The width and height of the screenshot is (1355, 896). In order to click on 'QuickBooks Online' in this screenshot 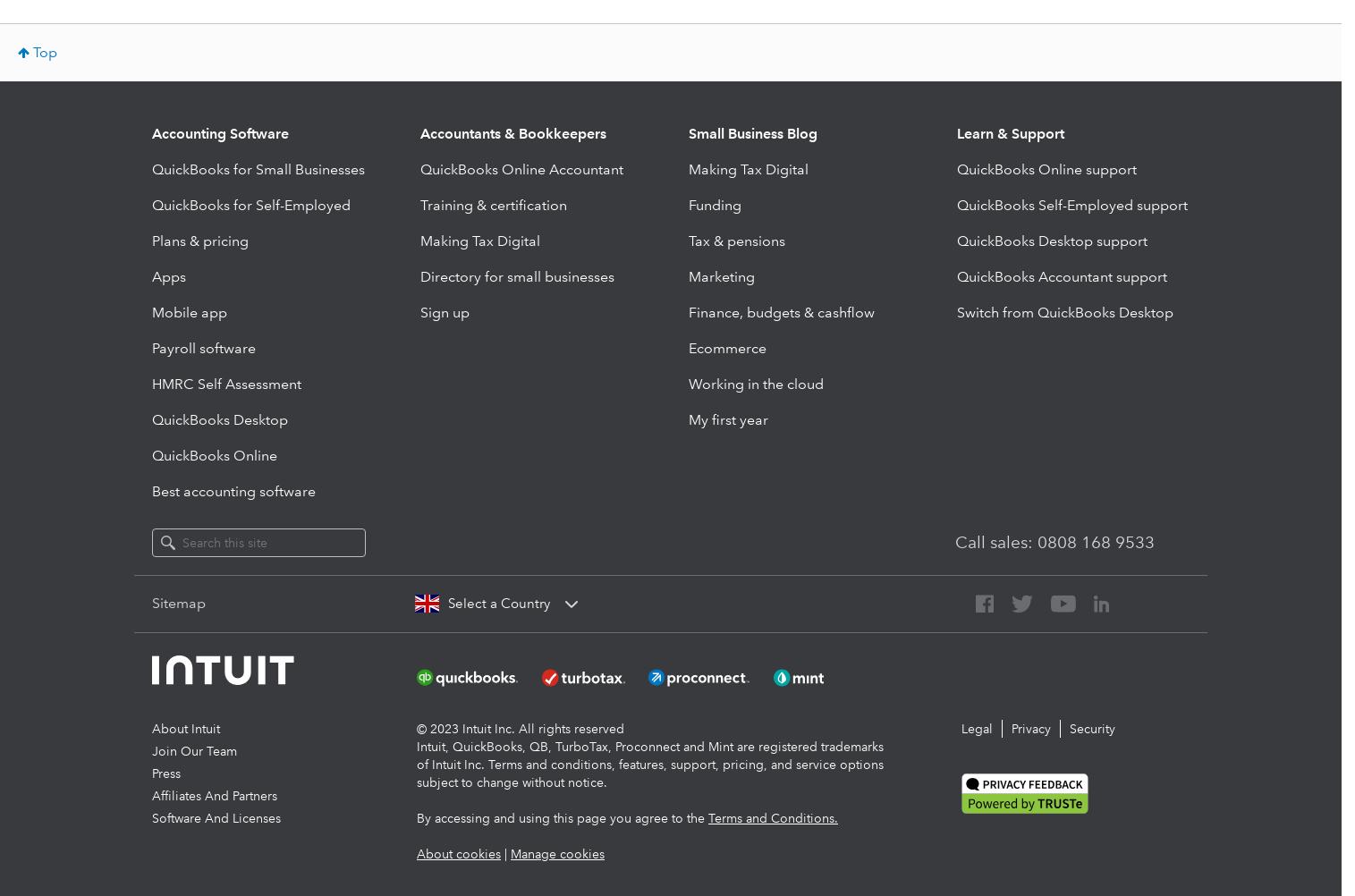, I will do `click(213, 455)`.